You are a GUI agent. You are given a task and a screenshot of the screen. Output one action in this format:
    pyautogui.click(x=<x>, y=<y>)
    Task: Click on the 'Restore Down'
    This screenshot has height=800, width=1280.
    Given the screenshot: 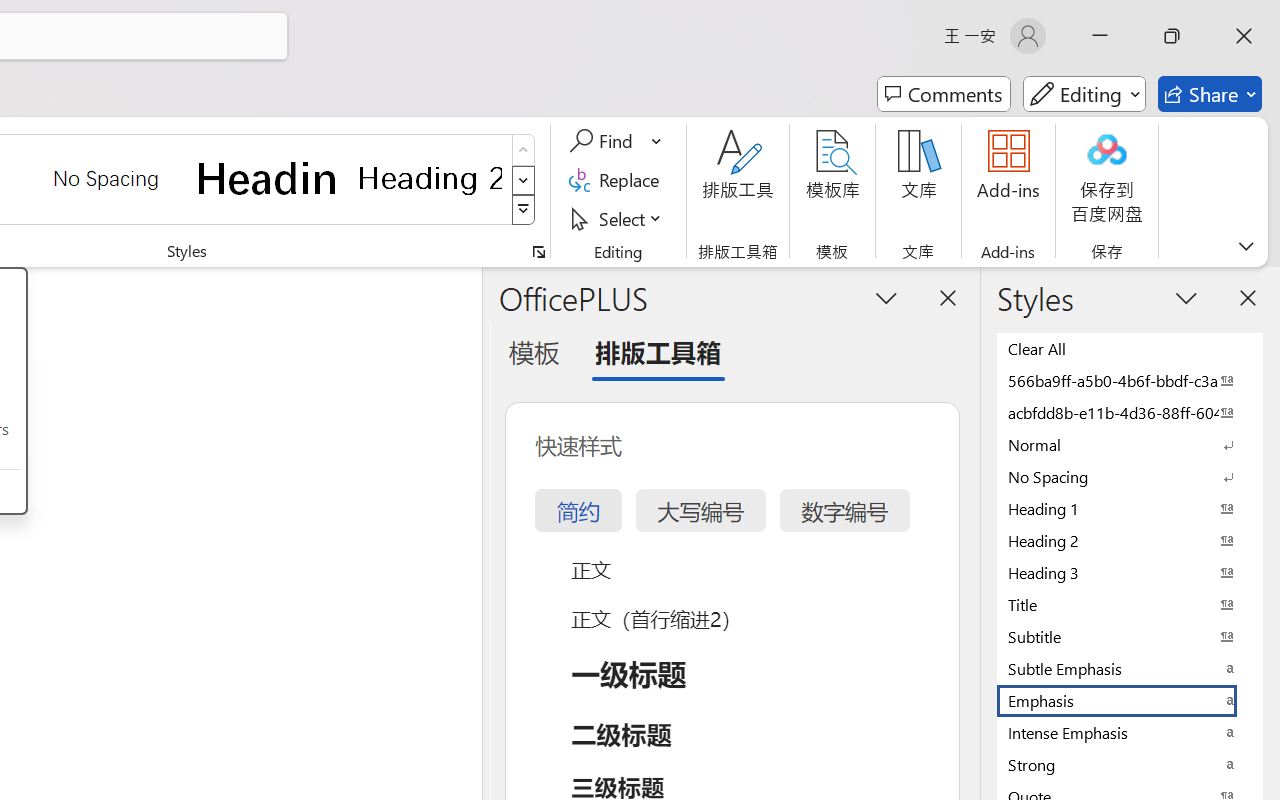 What is the action you would take?
    pyautogui.click(x=1172, y=35)
    